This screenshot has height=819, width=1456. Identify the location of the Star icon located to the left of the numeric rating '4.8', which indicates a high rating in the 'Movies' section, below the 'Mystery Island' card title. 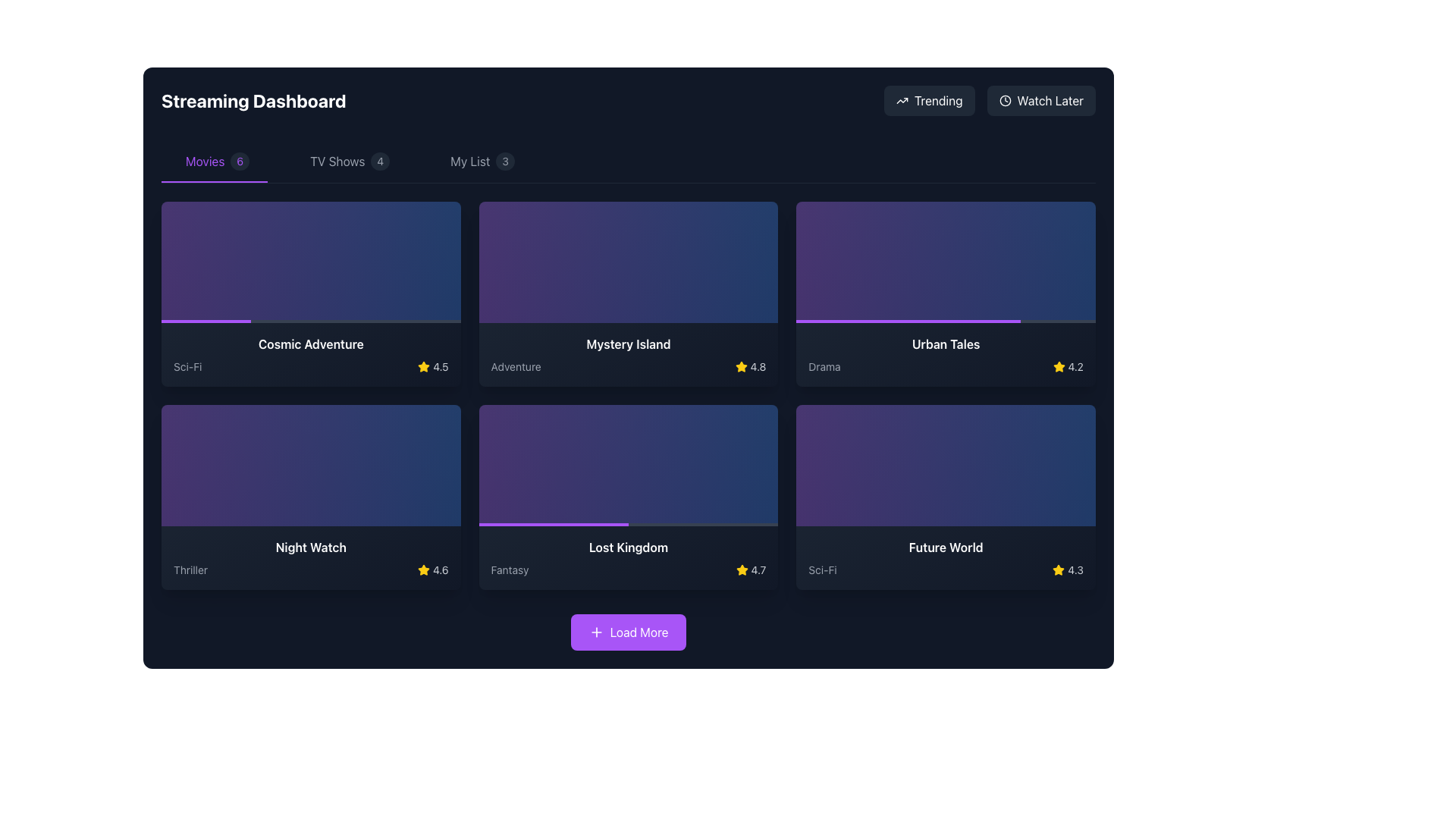
(741, 366).